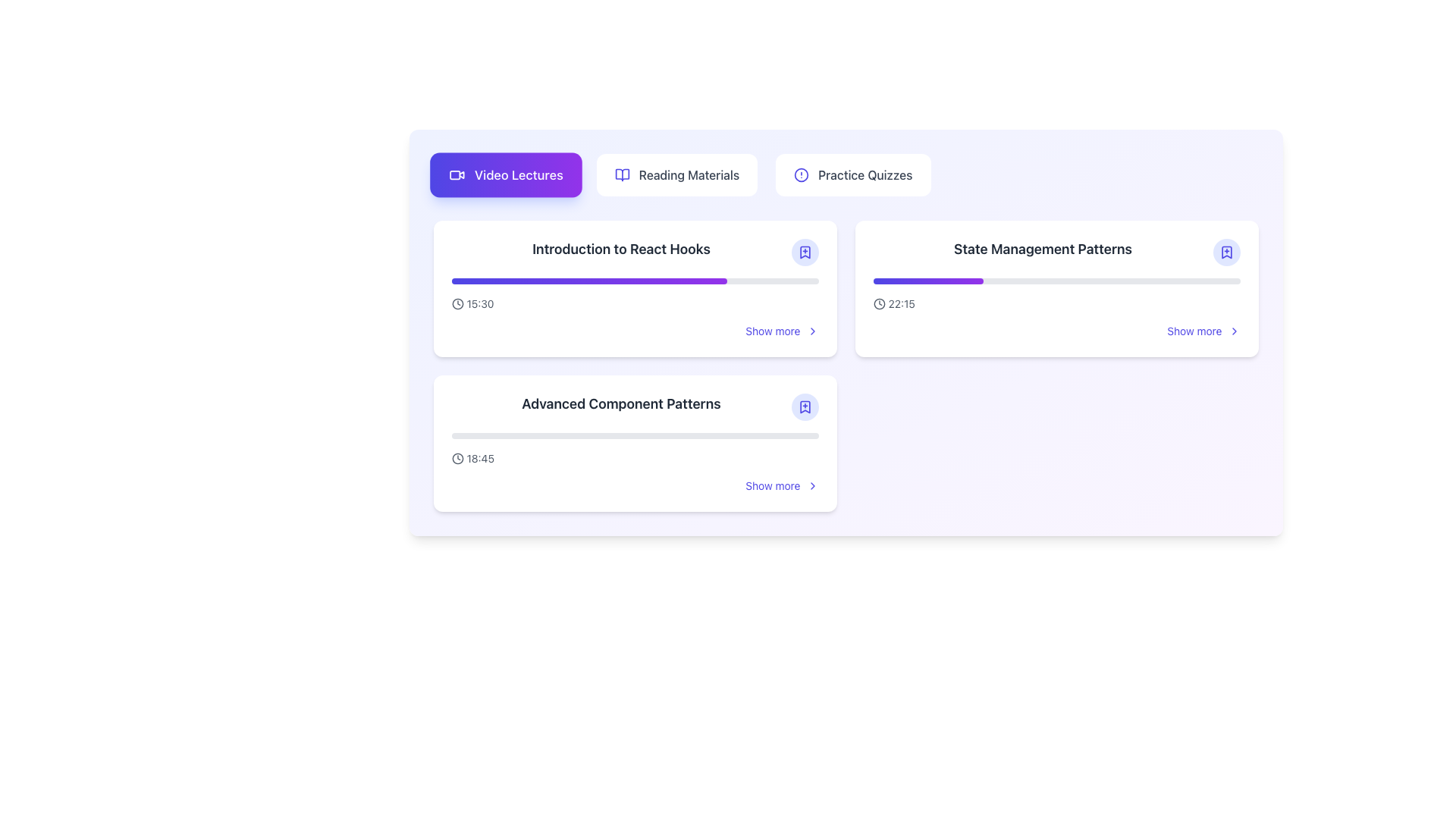  Describe the element at coordinates (457, 458) in the screenshot. I see `the time icon located to the left of the '18:45' string in the 'Advanced Component Patterns' card` at that location.